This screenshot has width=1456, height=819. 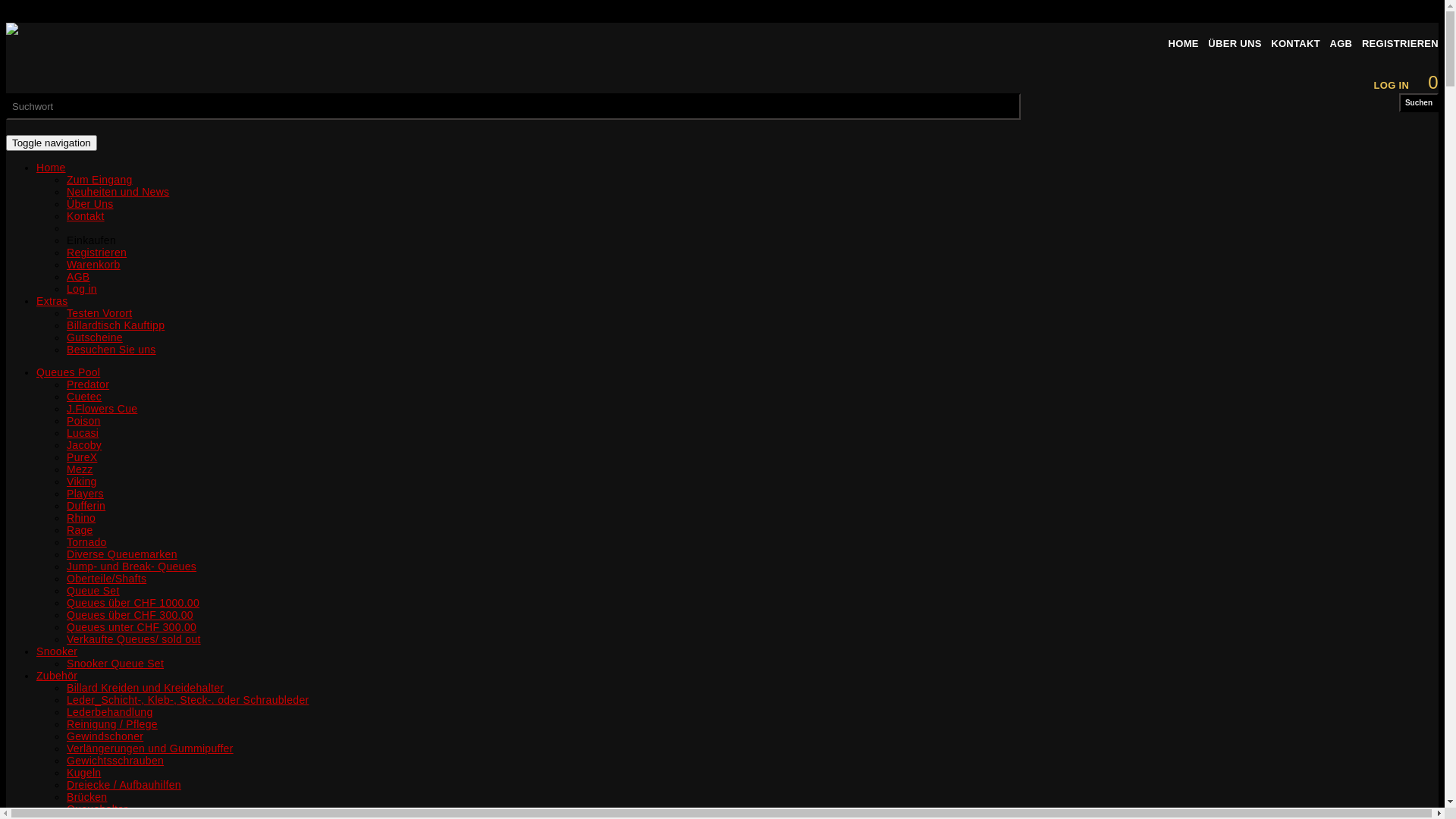 I want to click on 'HOME', so click(x=1182, y=42).